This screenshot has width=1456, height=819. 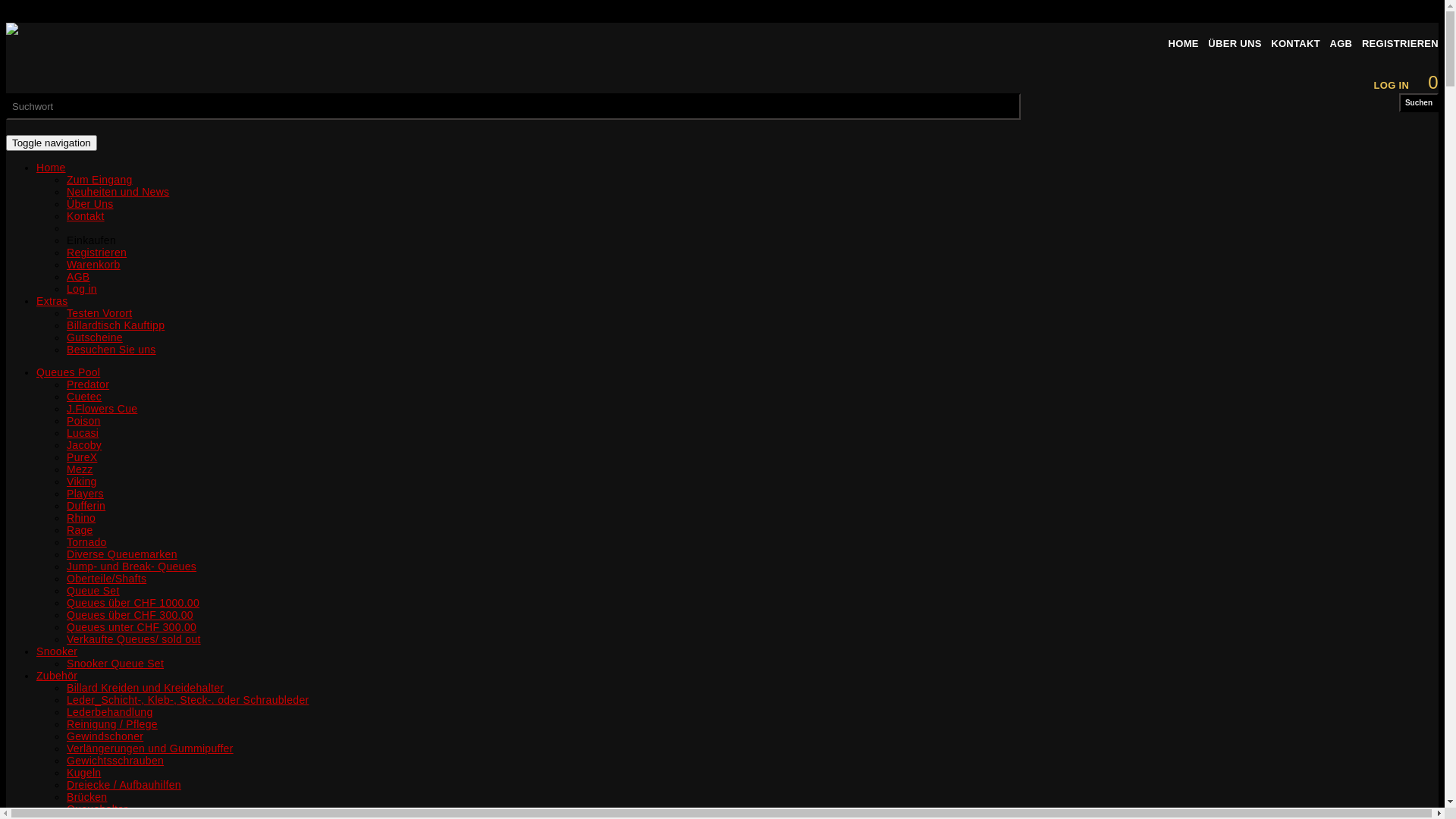 I want to click on 'HOME', so click(x=1182, y=42).